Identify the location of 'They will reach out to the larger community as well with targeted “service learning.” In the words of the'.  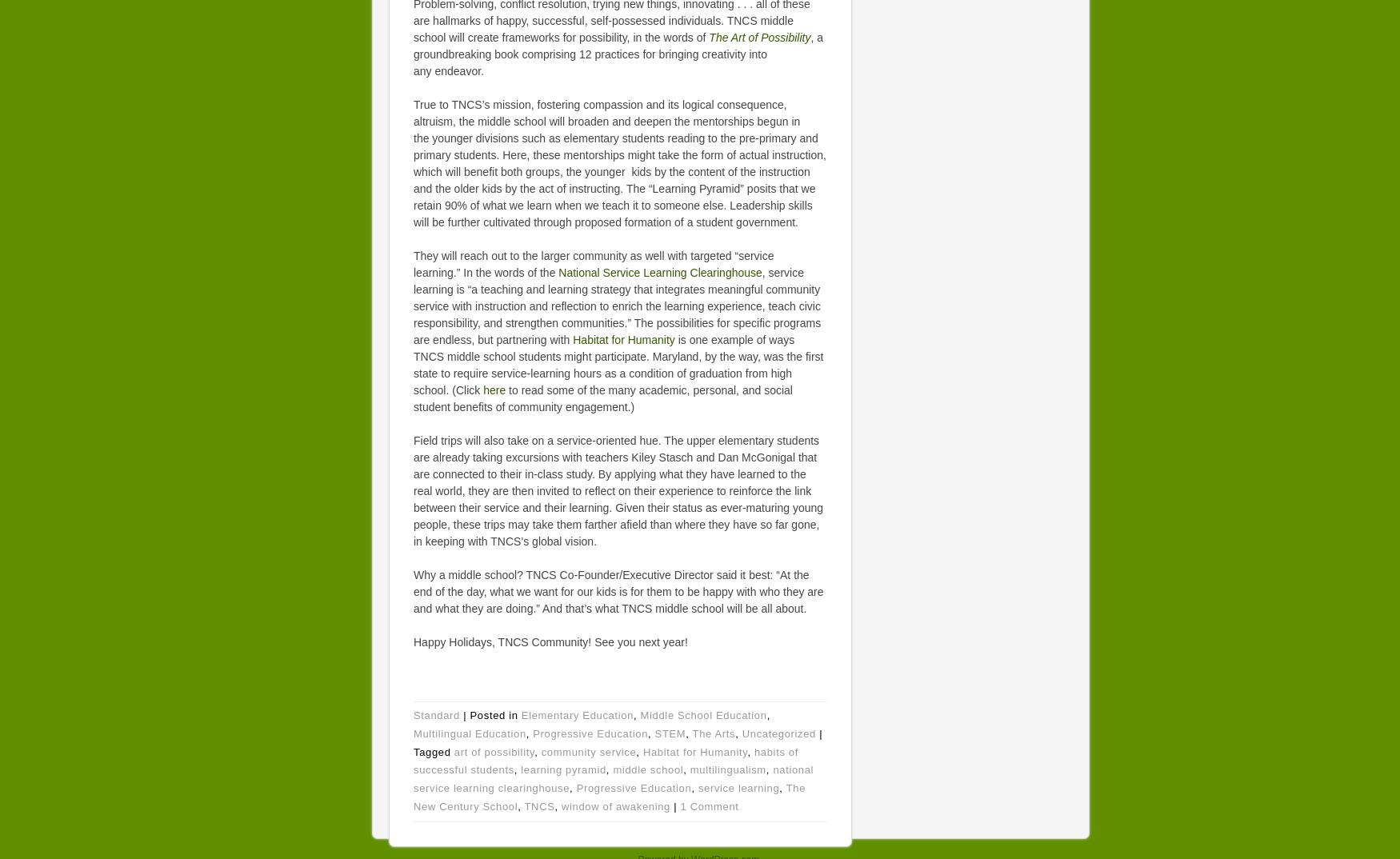
(594, 263).